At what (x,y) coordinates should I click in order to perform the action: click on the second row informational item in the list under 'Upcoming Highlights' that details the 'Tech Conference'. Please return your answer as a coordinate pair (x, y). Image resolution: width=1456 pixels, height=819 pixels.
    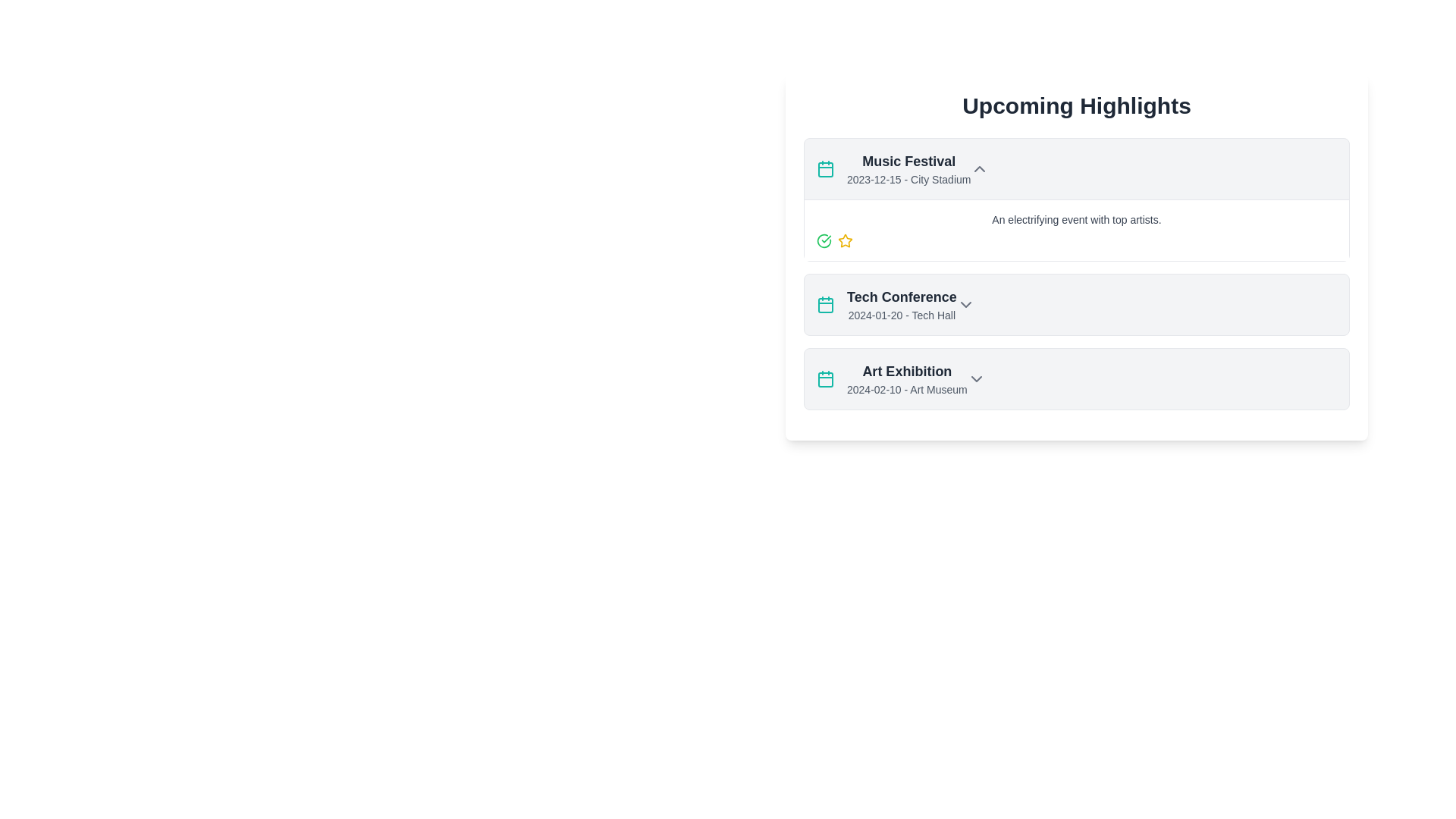
    Looking at the image, I should click on (886, 304).